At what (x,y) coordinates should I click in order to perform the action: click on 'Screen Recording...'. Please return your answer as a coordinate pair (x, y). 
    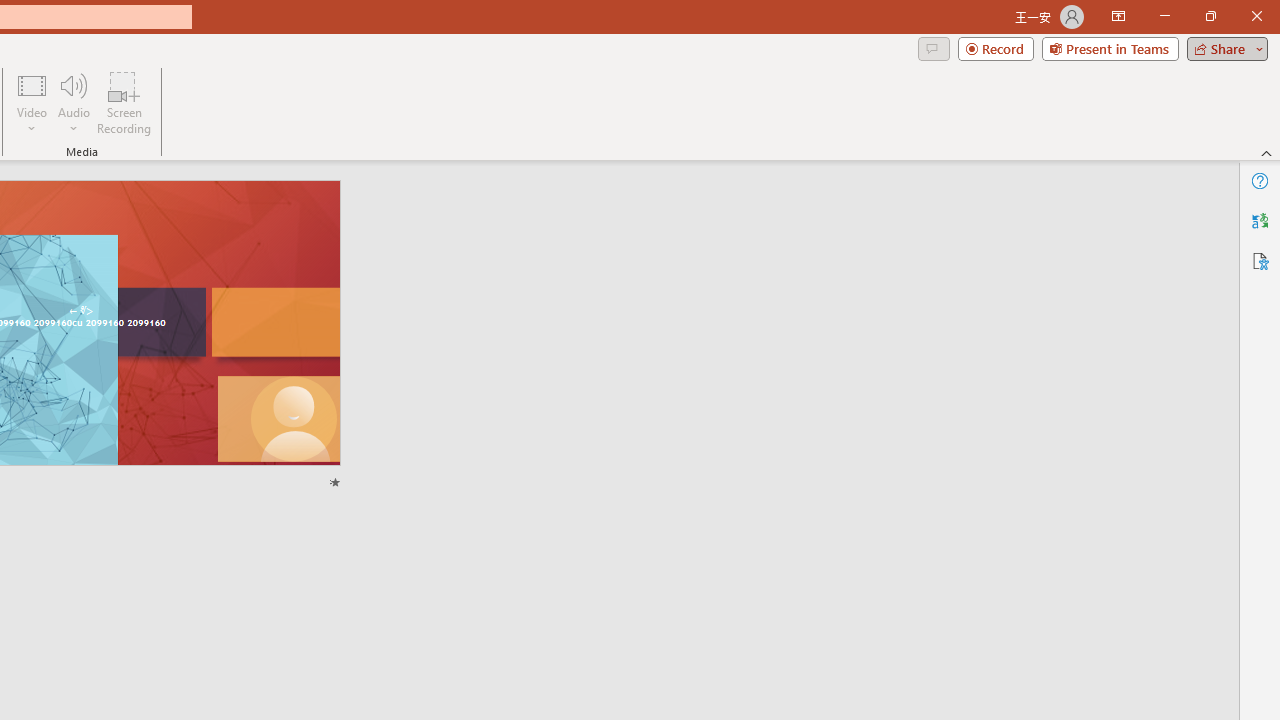
    Looking at the image, I should click on (123, 103).